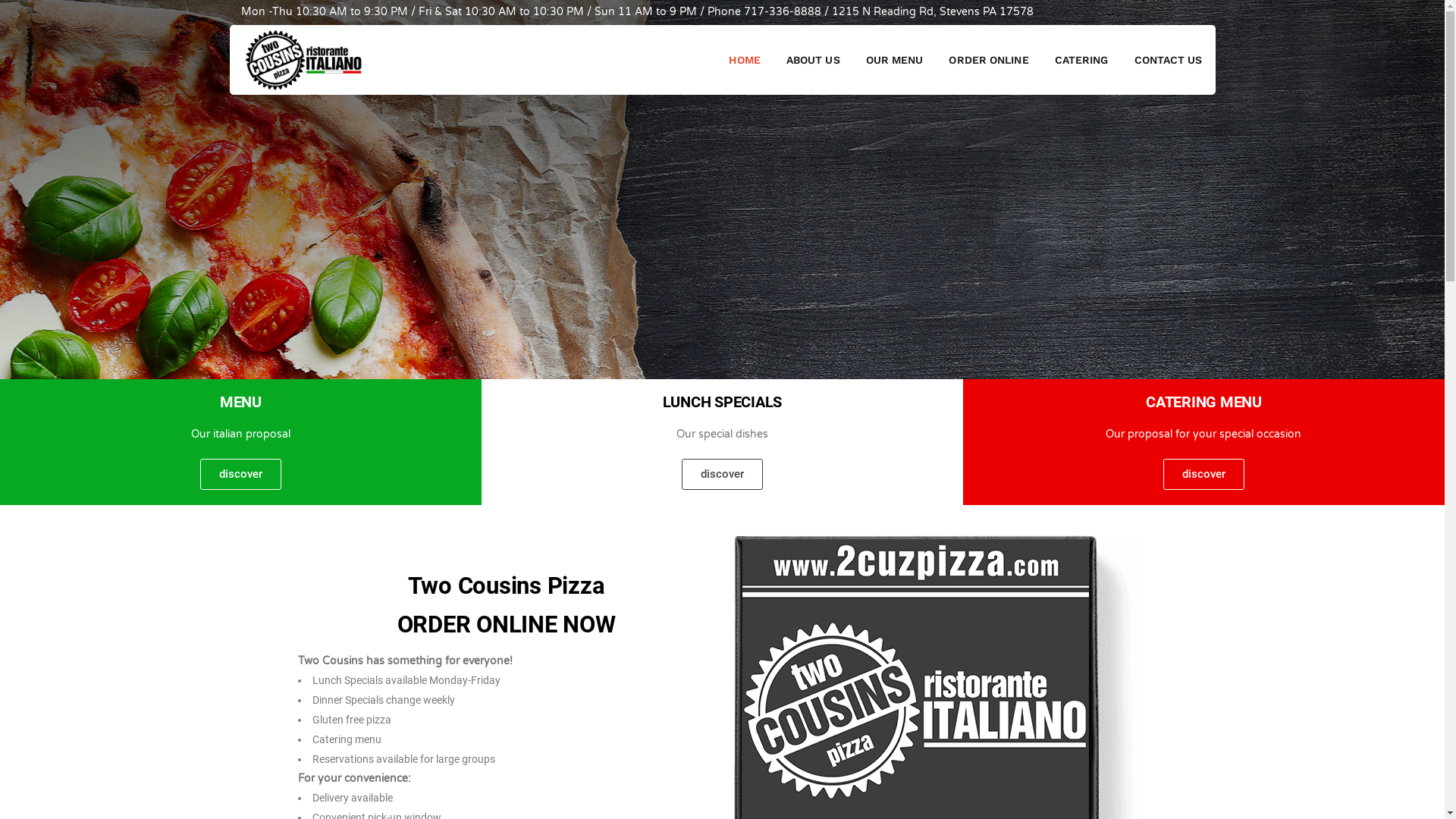 This screenshot has height=819, width=1456. Describe the element at coordinates (1121, 58) in the screenshot. I see `'CONTACT US'` at that location.